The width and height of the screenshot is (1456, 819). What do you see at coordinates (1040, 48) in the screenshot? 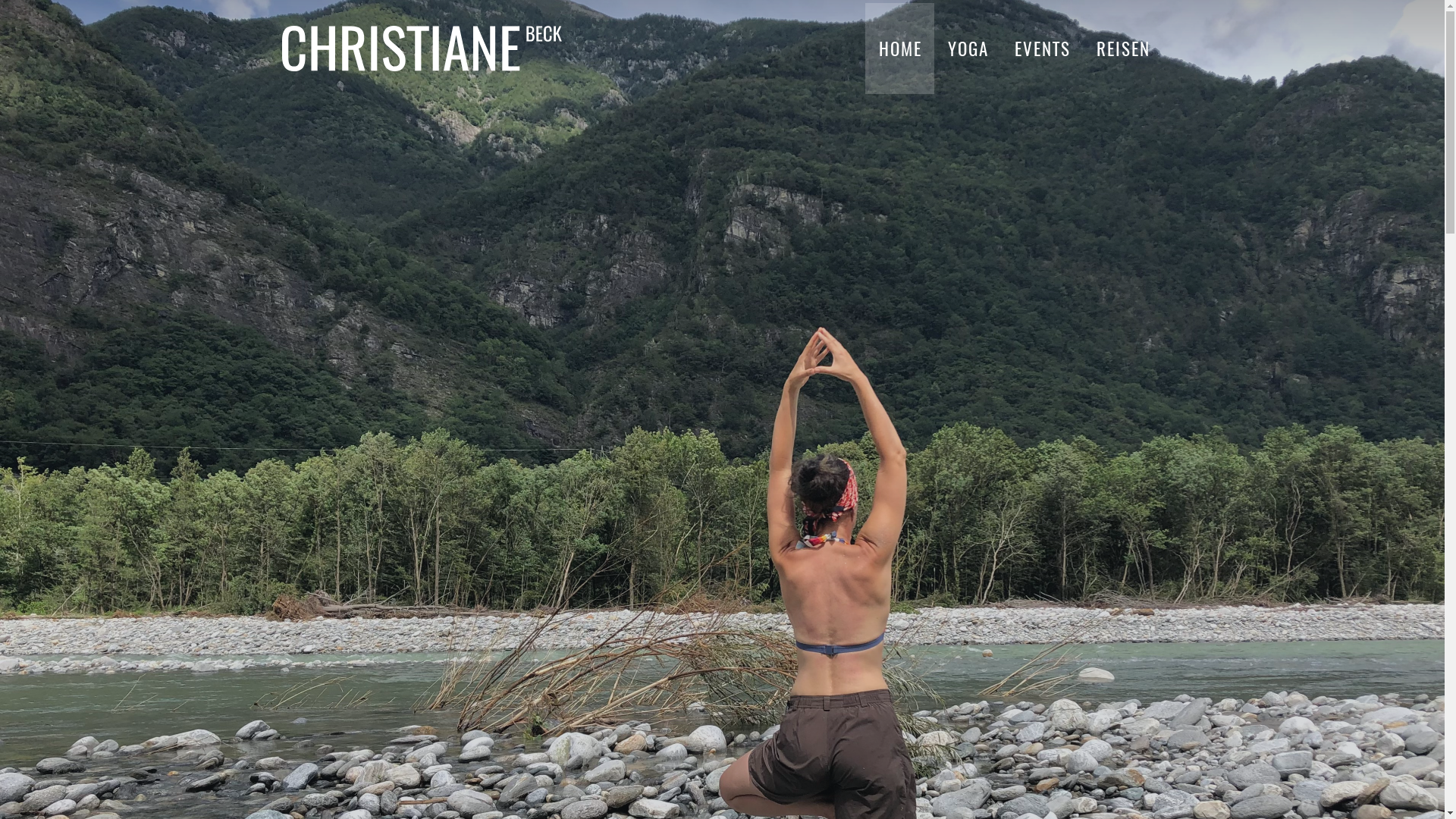
I see `'EVENTS'` at bounding box center [1040, 48].